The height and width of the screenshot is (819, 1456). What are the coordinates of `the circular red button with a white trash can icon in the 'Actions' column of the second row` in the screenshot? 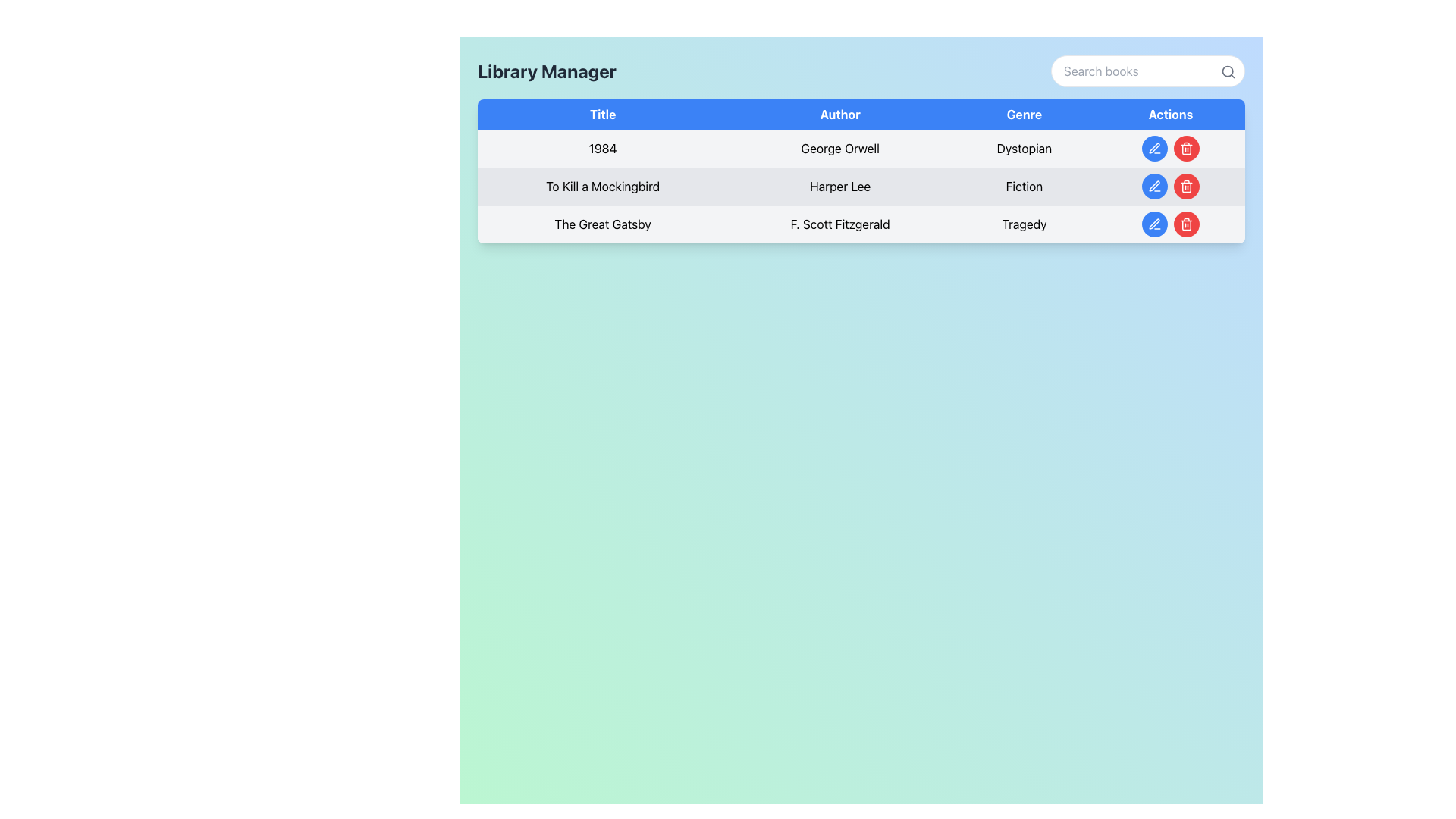 It's located at (1185, 186).